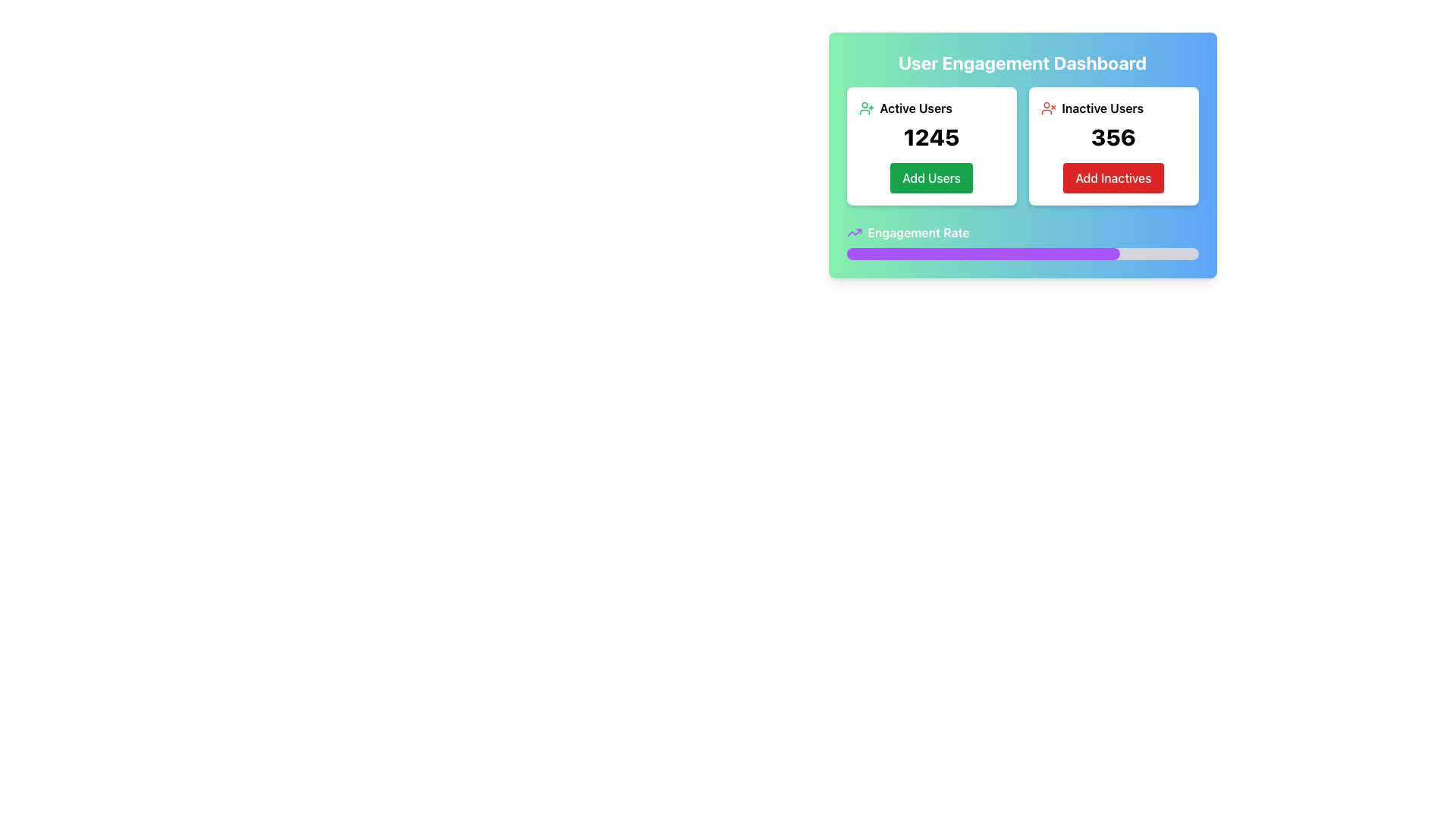  What do you see at coordinates (1113, 137) in the screenshot?
I see `the label displaying the count of inactive users located in the center of the right card labeled 'Inactive Users'` at bounding box center [1113, 137].